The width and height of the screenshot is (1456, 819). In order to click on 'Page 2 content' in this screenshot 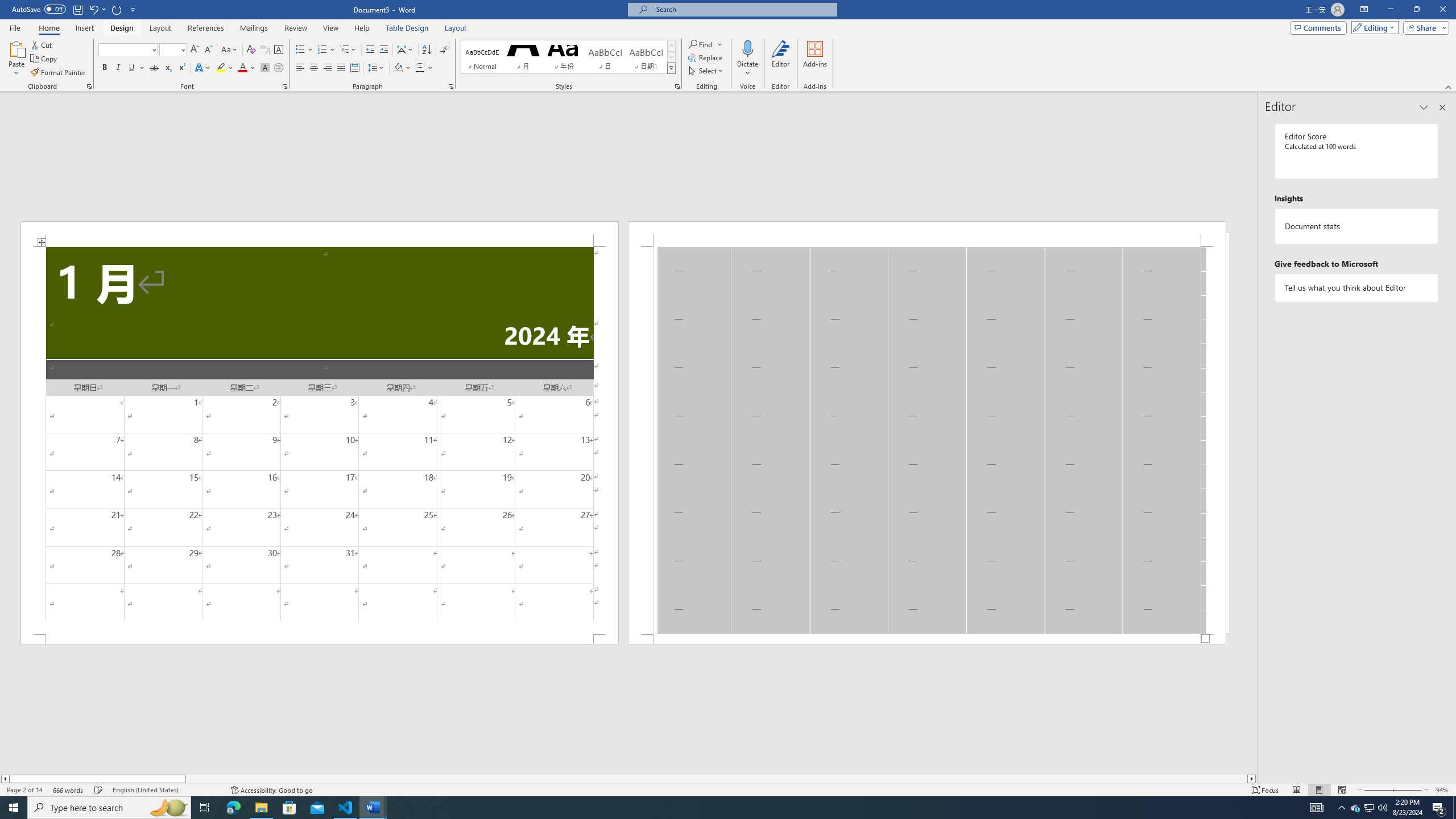, I will do `click(926, 440)`.